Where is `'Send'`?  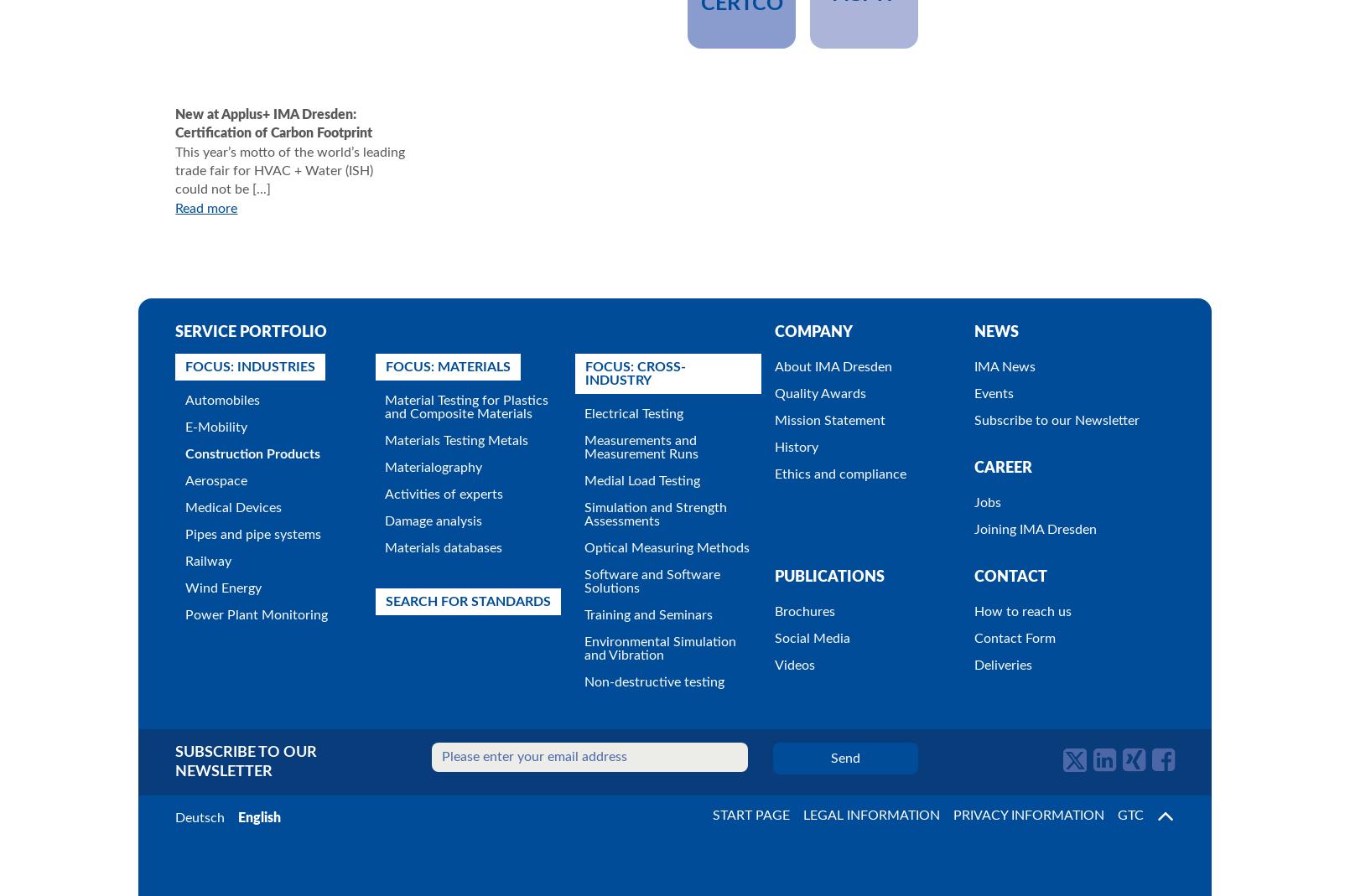 'Send' is located at coordinates (844, 758).